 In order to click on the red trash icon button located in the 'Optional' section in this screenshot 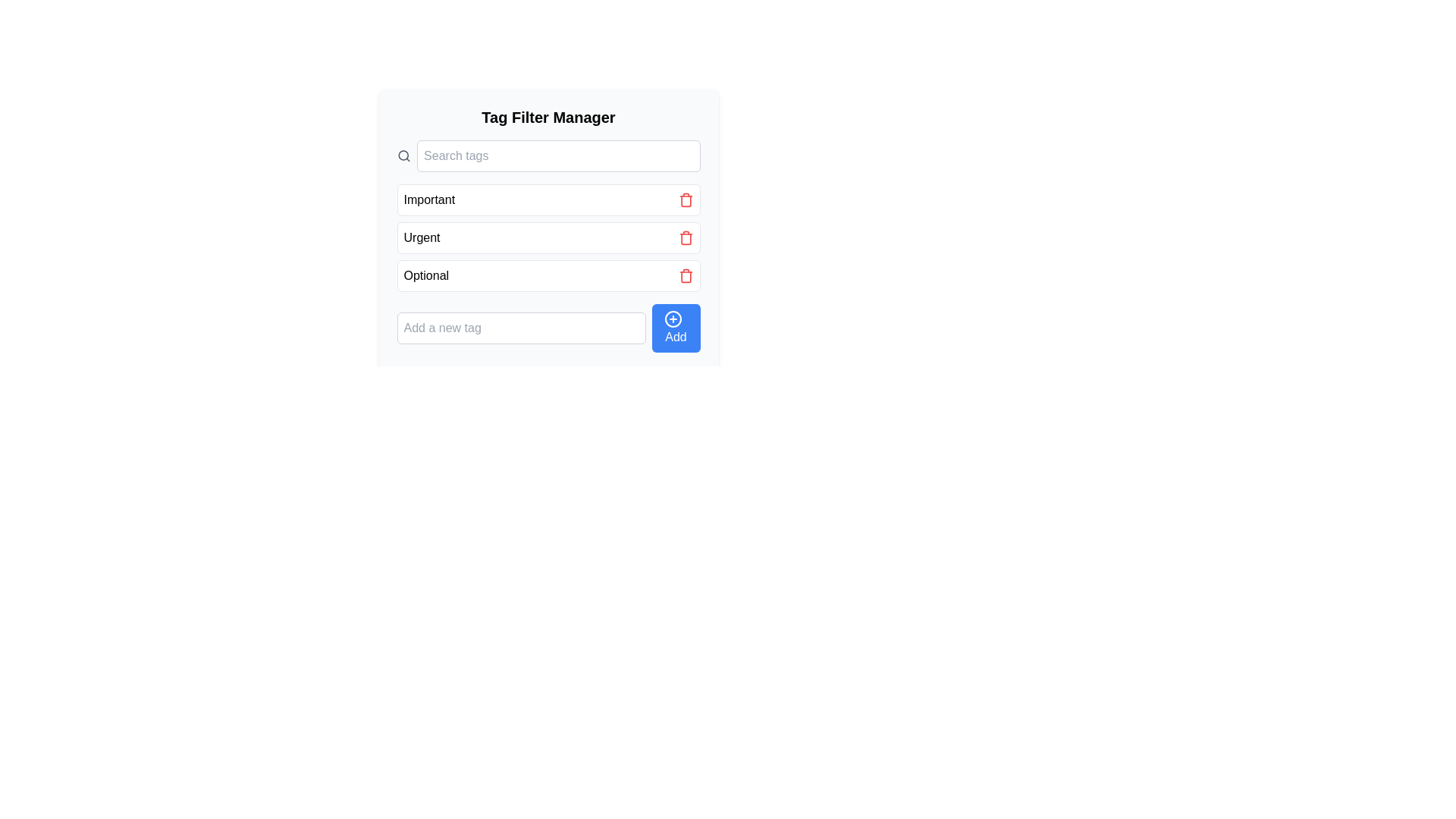, I will do `click(685, 275)`.